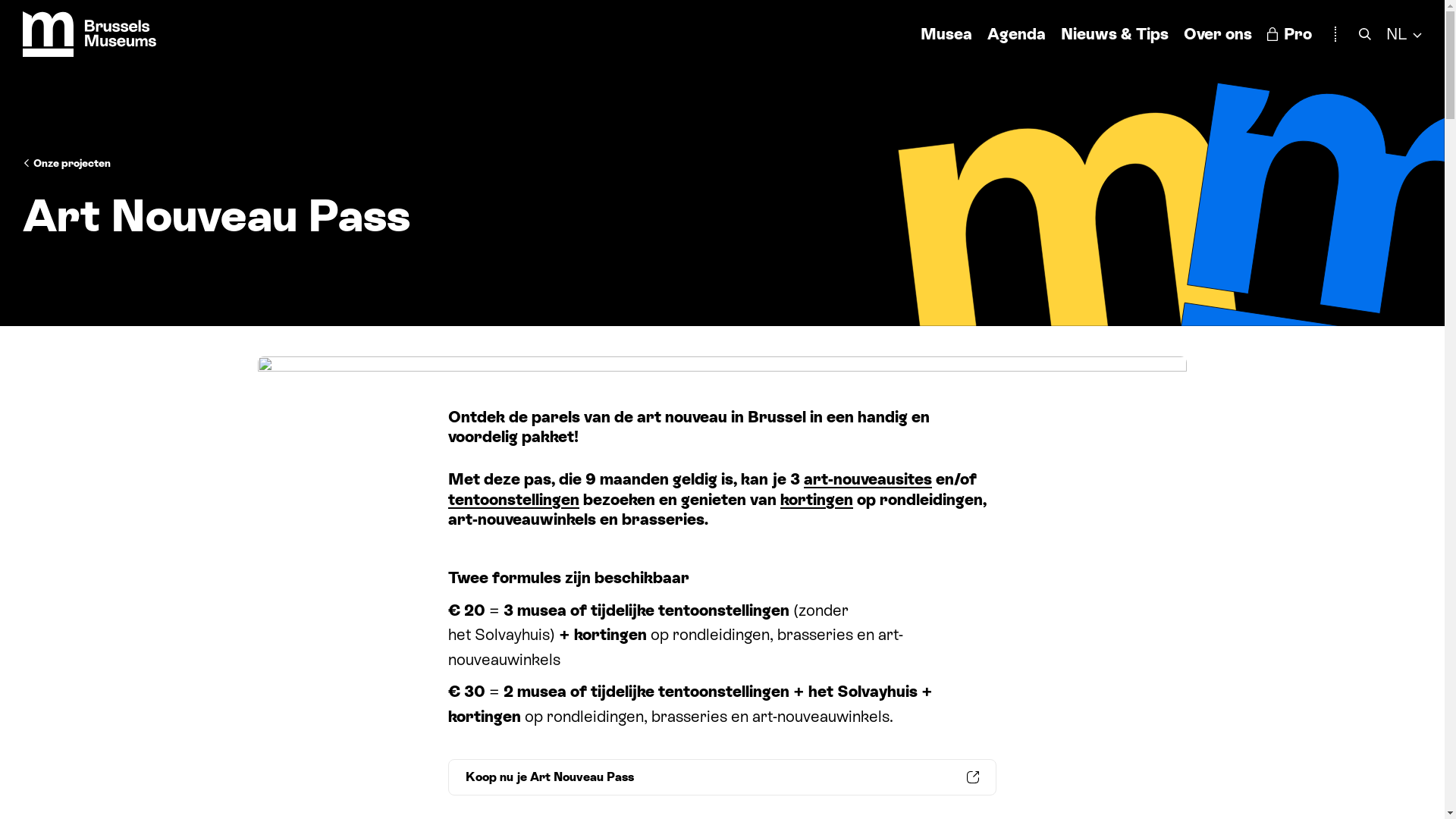 This screenshot has height=819, width=1456. I want to click on 'Nieuws & Tips', so click(1059, 33).